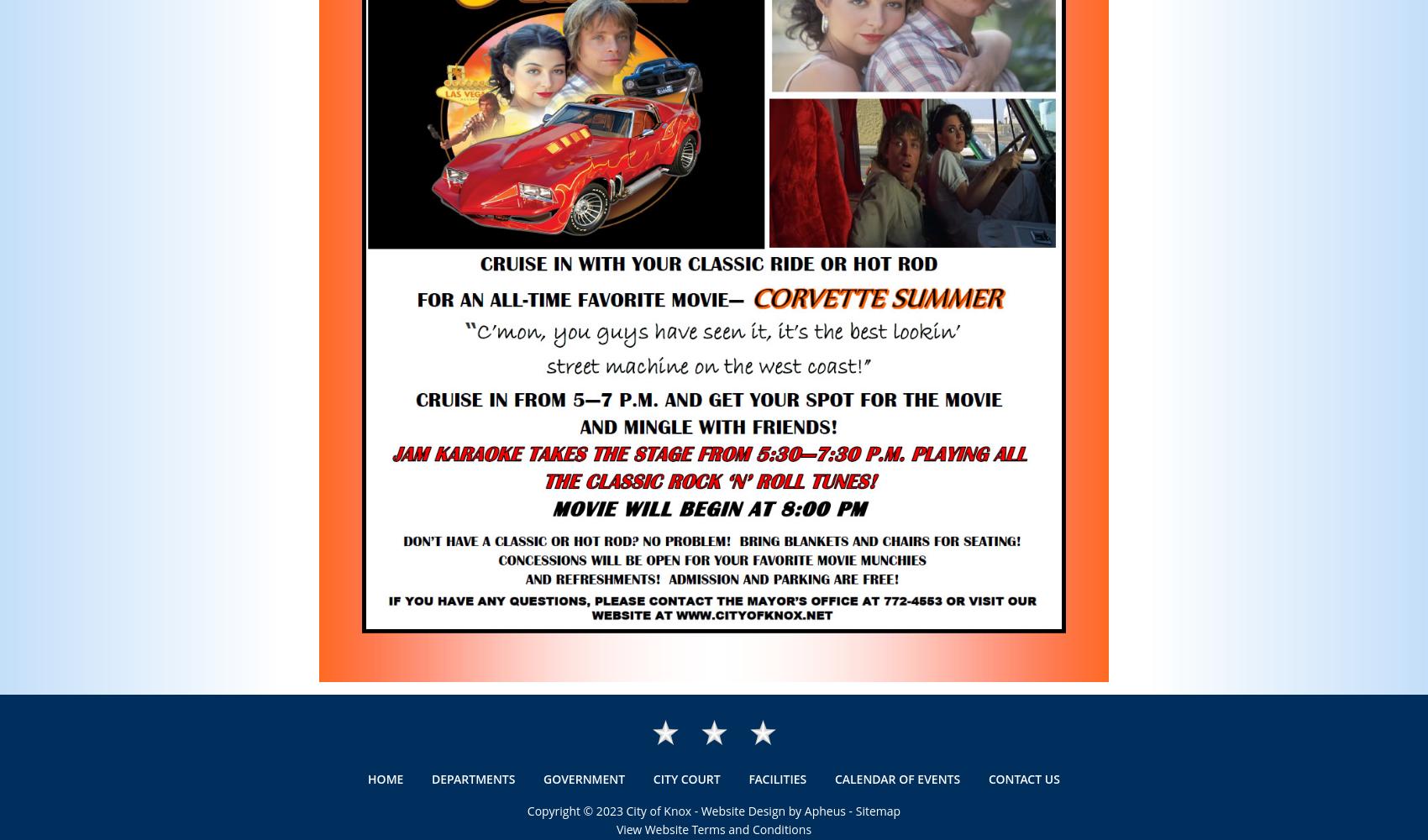 Image resolution: width=1428 pixels, height=840 pixels. What do you see at coordinates (1022, 779) in the screenshot?
I see `'Contact Us'` at bounding box center [1022, 779].